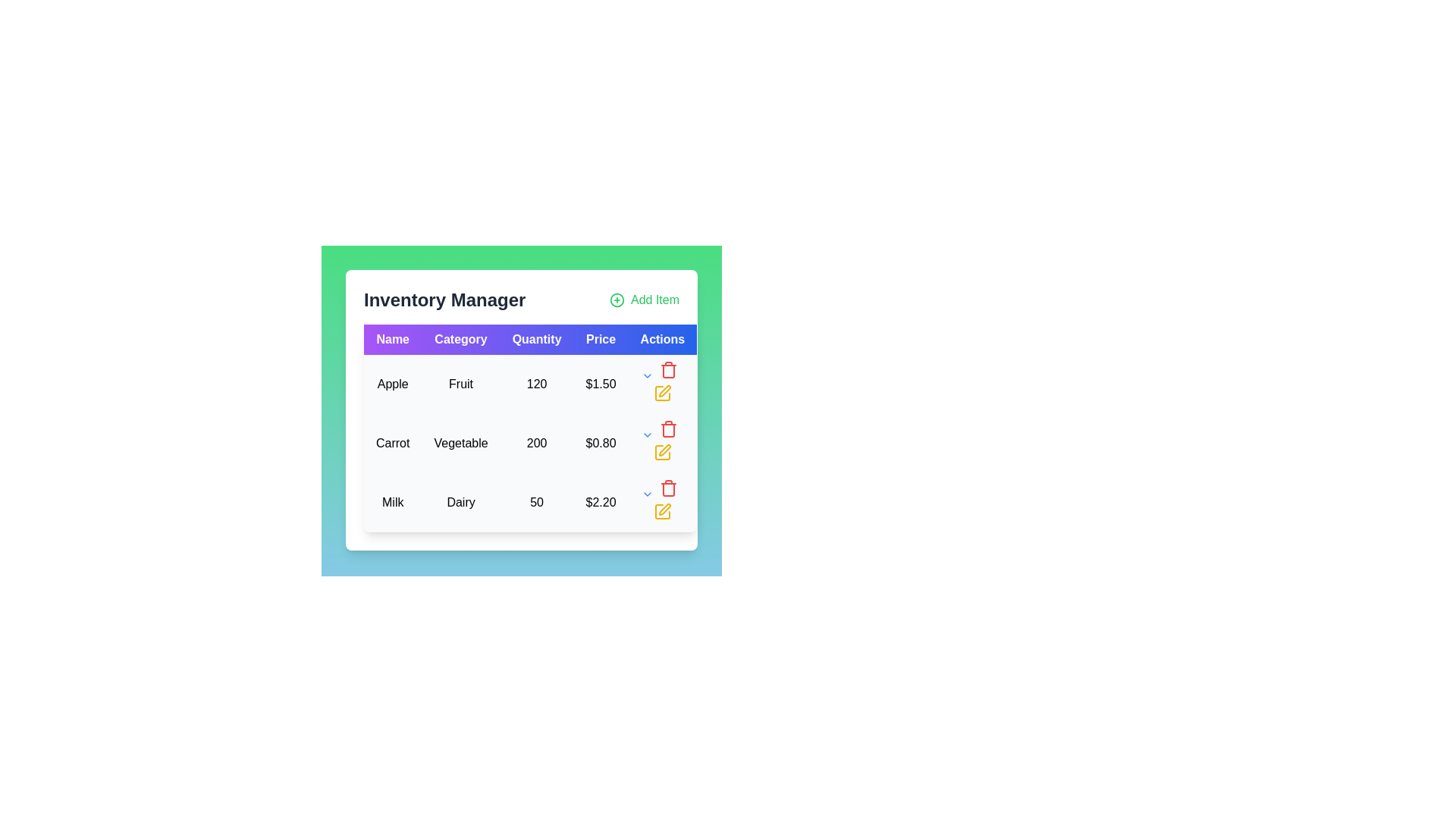 This screenshot has height=819, width=1456. What do you see at coordinates (393, 503) in the screenshot?
I see `text content of the table cell displaying the inventory item name 'Milk', located in the third row, first column of the table` at bounding box center [393, 503].